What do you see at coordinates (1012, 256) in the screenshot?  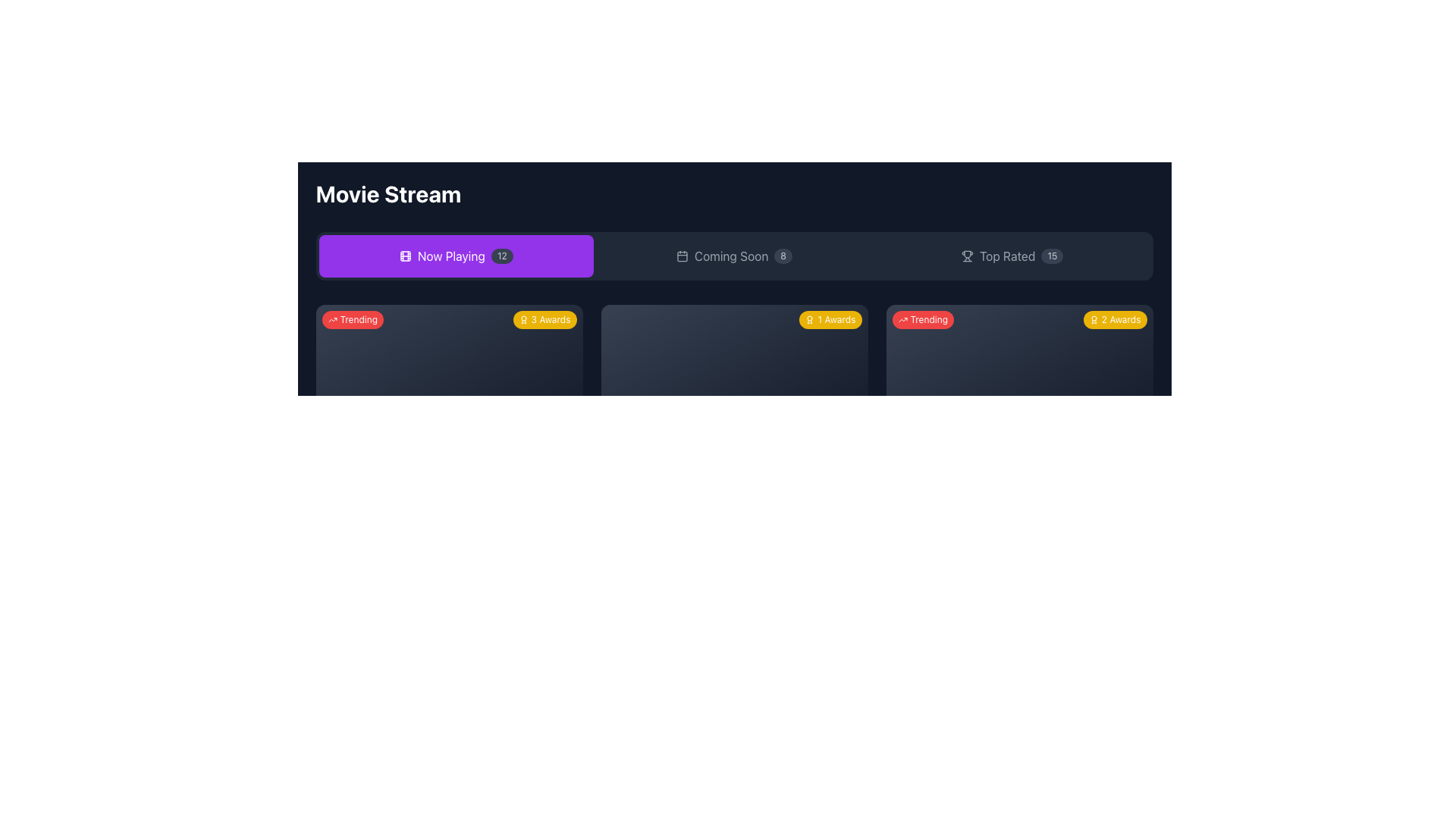 I see `the 'Top Rated' button with badge and icon, which is the rightmost button in a horizontal group of three navigation elements` at bounding box center [1012, 256].